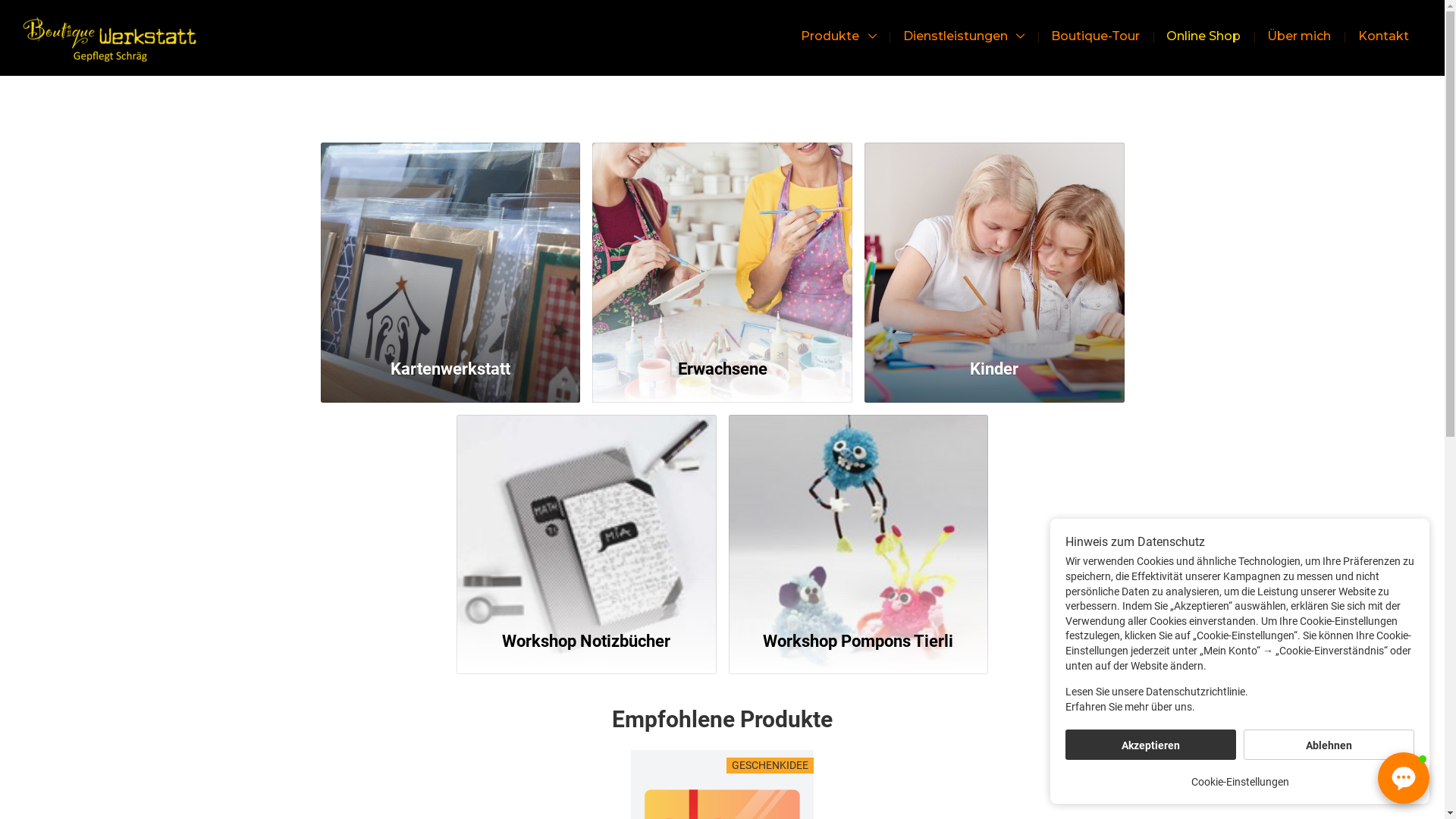  I want to click on 'Erwachsene', so click(721, 241).